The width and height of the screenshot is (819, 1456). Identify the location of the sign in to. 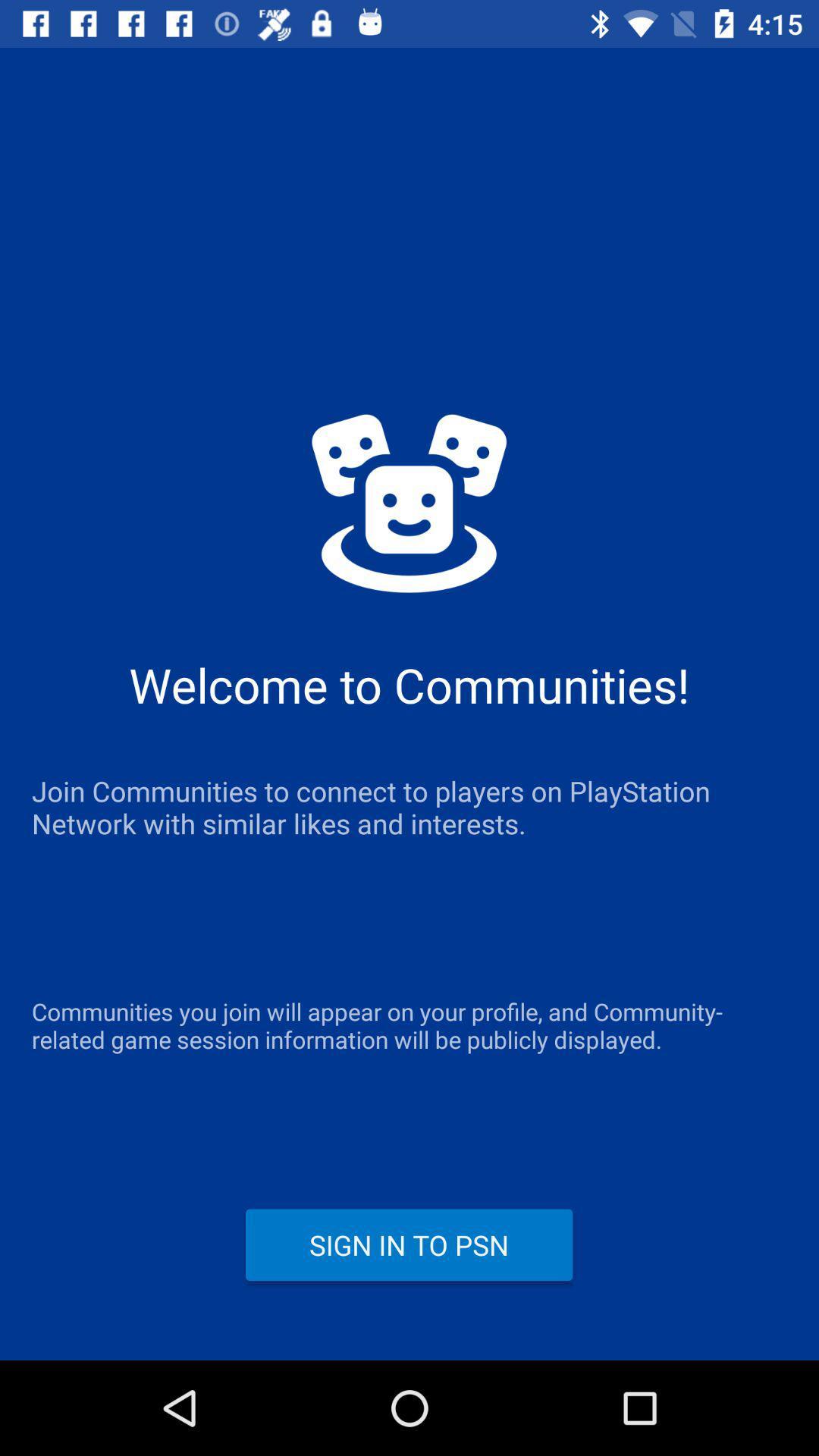
(408, 1244).